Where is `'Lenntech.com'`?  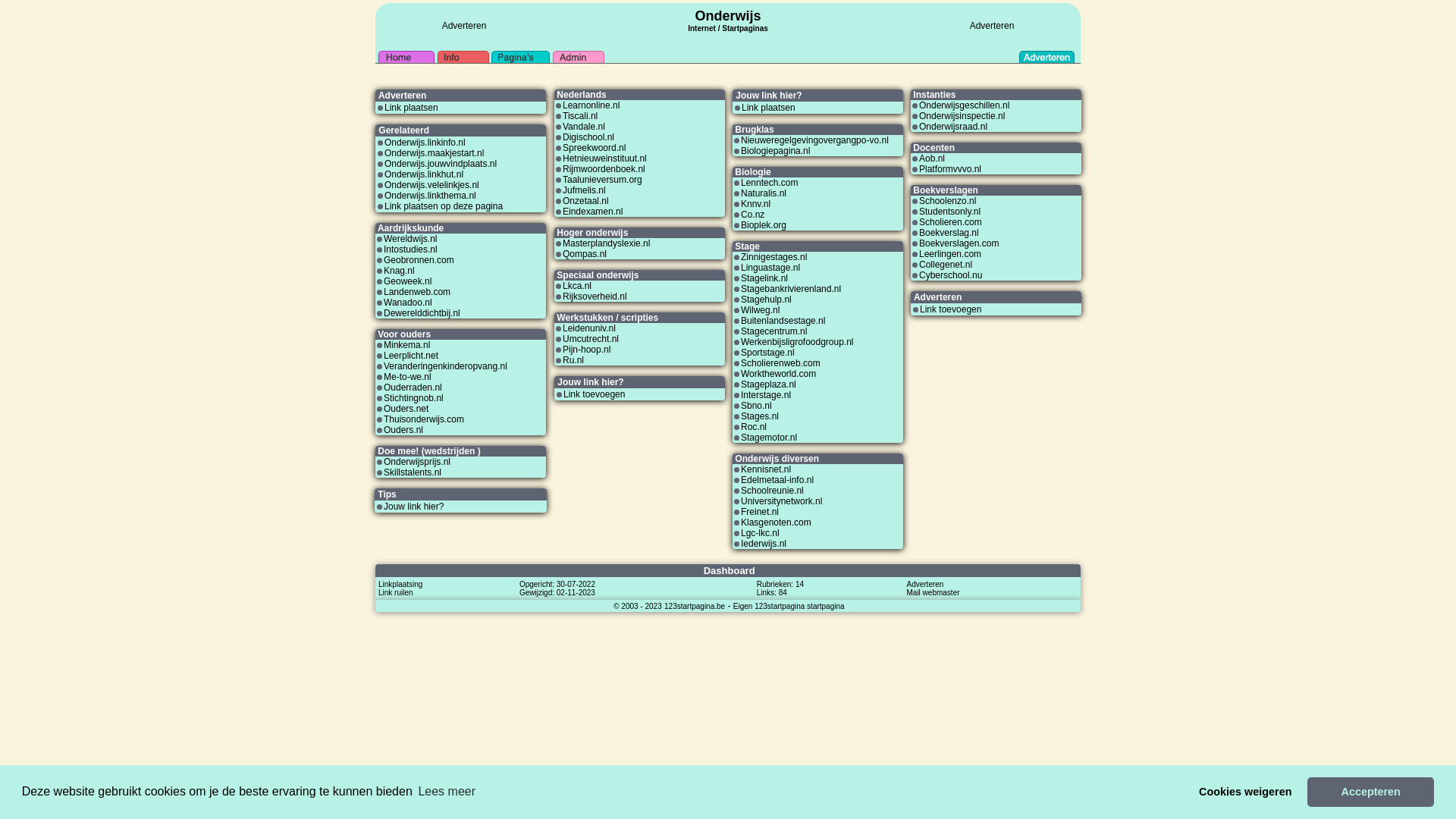 'Lenntech.com' is located at coordinates (769, 181).